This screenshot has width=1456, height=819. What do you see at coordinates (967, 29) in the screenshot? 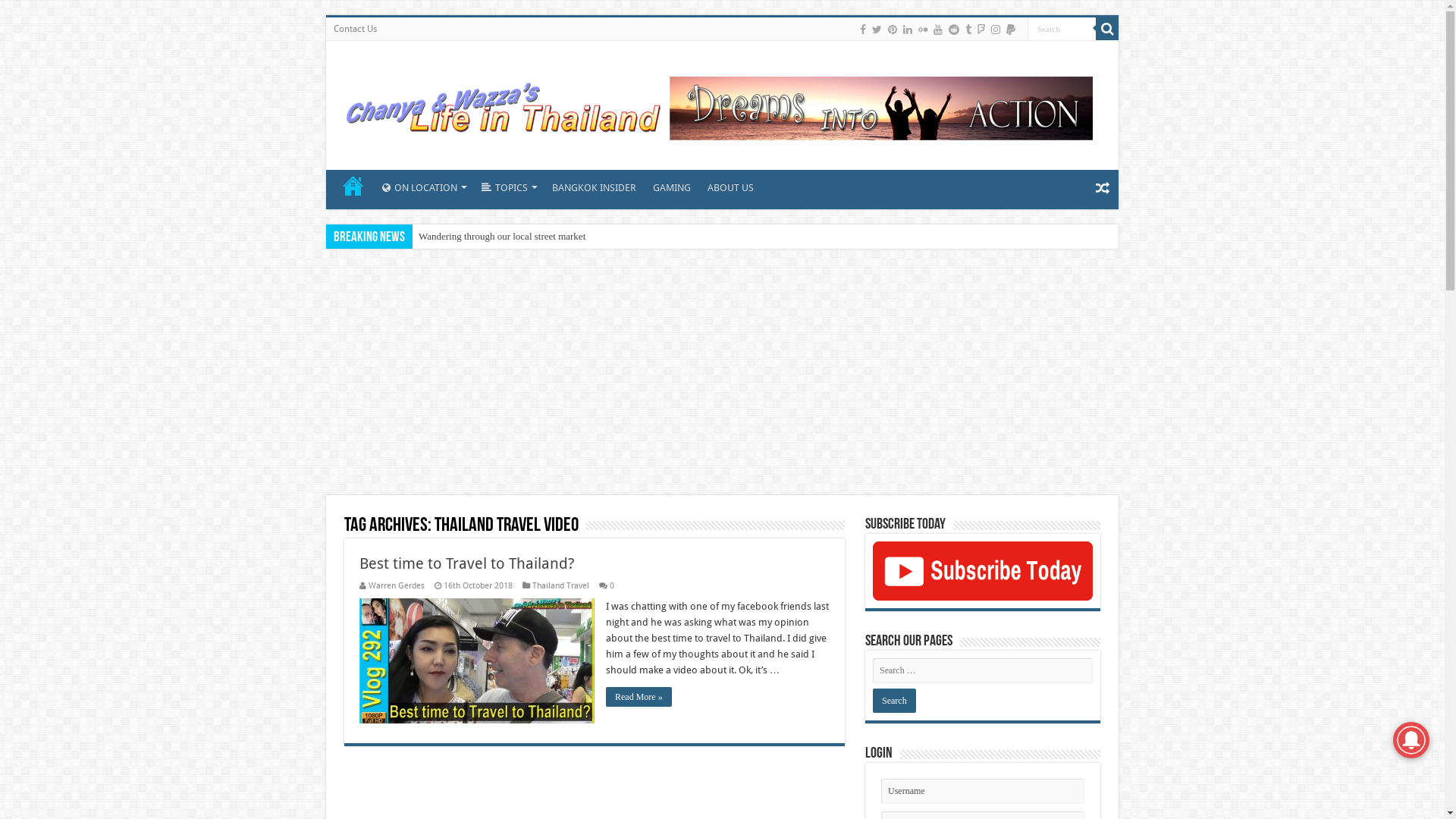
I see `'Tumblr'` at bounding box center [967, 29].